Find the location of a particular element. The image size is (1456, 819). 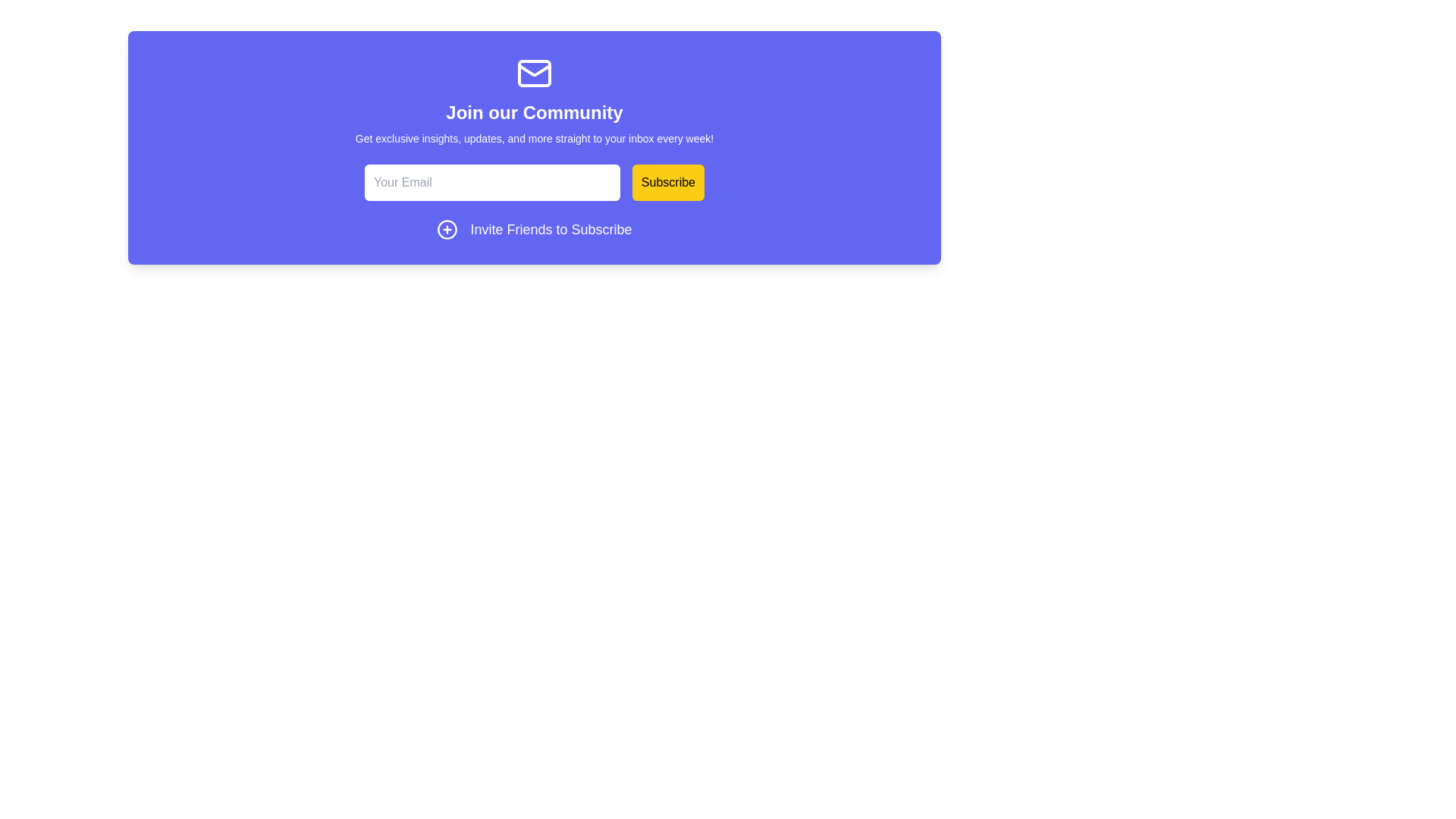

the descriptive text encouraging users to subscribe to the mailing list, located below 'Join our Community' and above the email input field is located at coordinates (535, 138).